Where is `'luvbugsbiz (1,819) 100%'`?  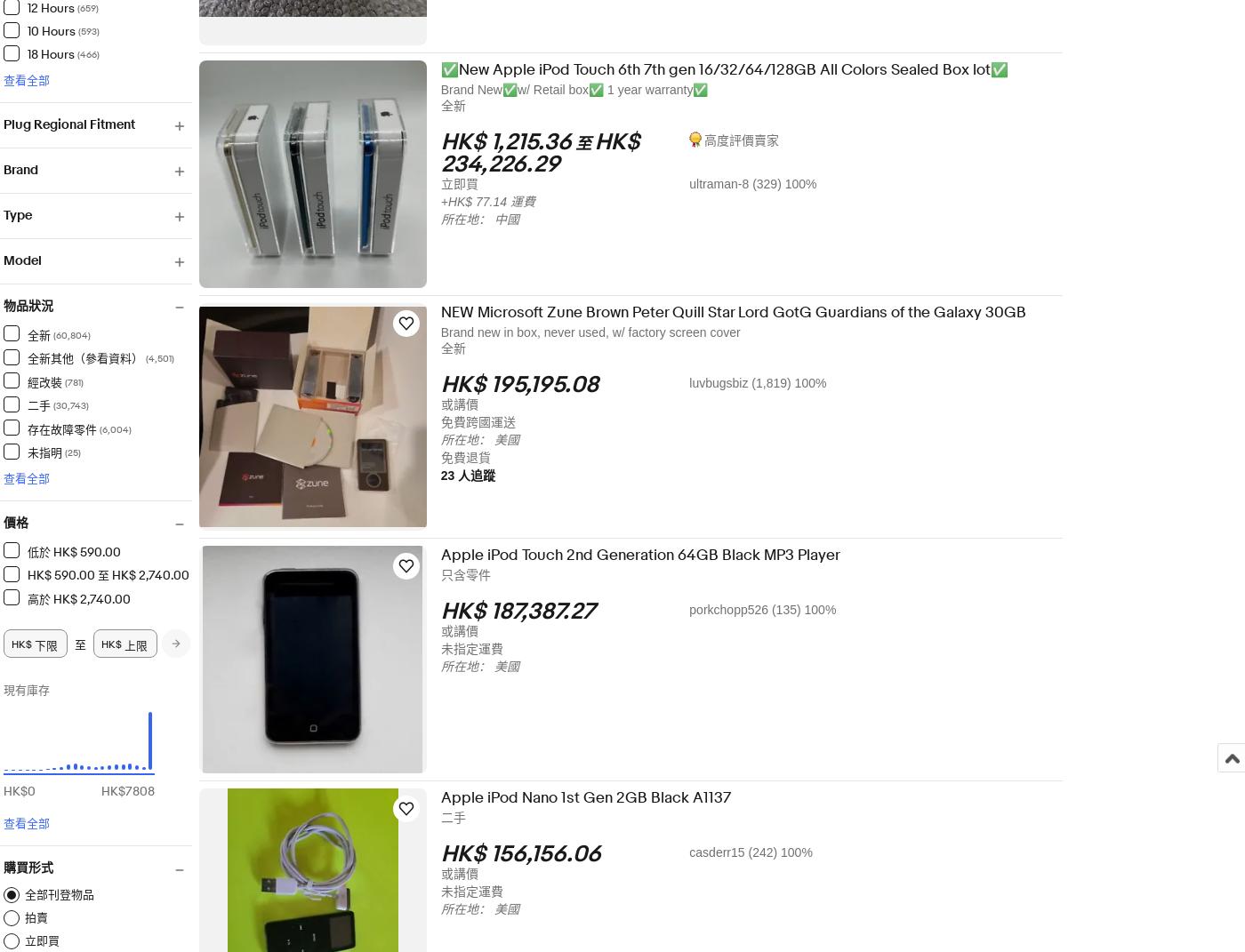 'luvbugsbiz (1,819) 100%' is located at coordinates (769, 382).